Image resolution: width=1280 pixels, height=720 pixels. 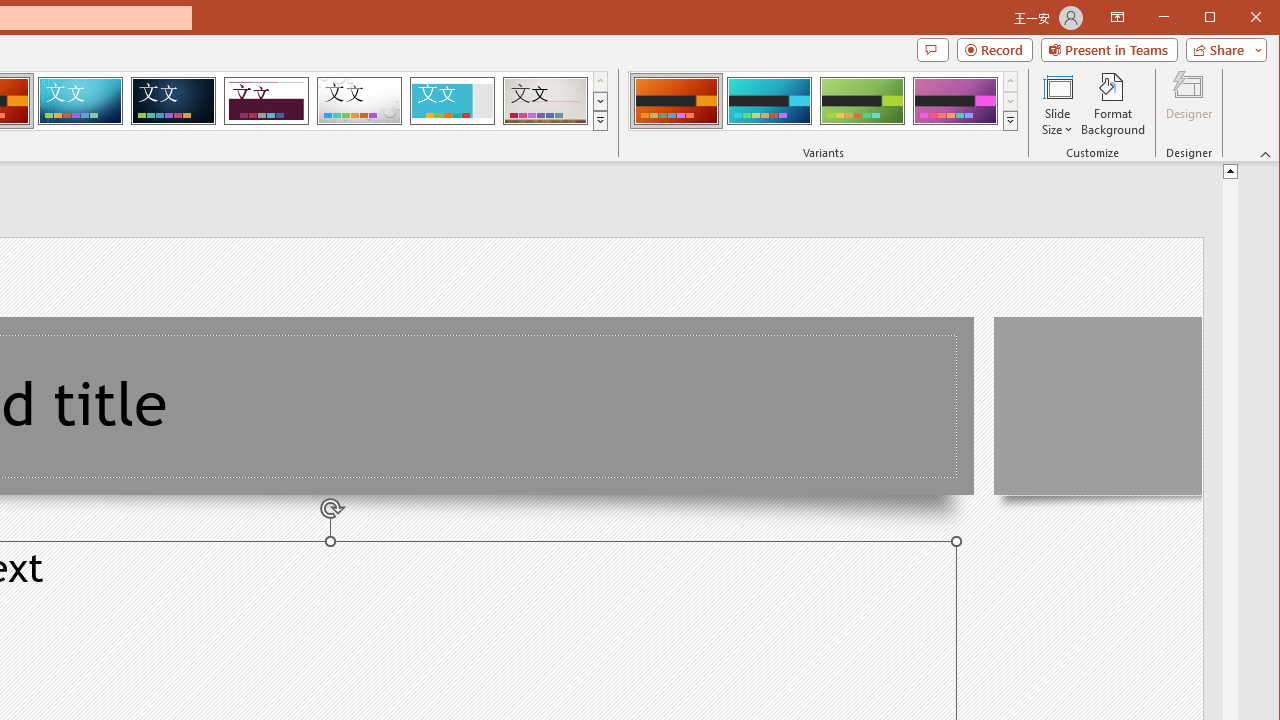 What do you see at coordinates (768, 100) in the screenshot?
I see `'Berlin Variant 2'` at bounding box center [768, 100].